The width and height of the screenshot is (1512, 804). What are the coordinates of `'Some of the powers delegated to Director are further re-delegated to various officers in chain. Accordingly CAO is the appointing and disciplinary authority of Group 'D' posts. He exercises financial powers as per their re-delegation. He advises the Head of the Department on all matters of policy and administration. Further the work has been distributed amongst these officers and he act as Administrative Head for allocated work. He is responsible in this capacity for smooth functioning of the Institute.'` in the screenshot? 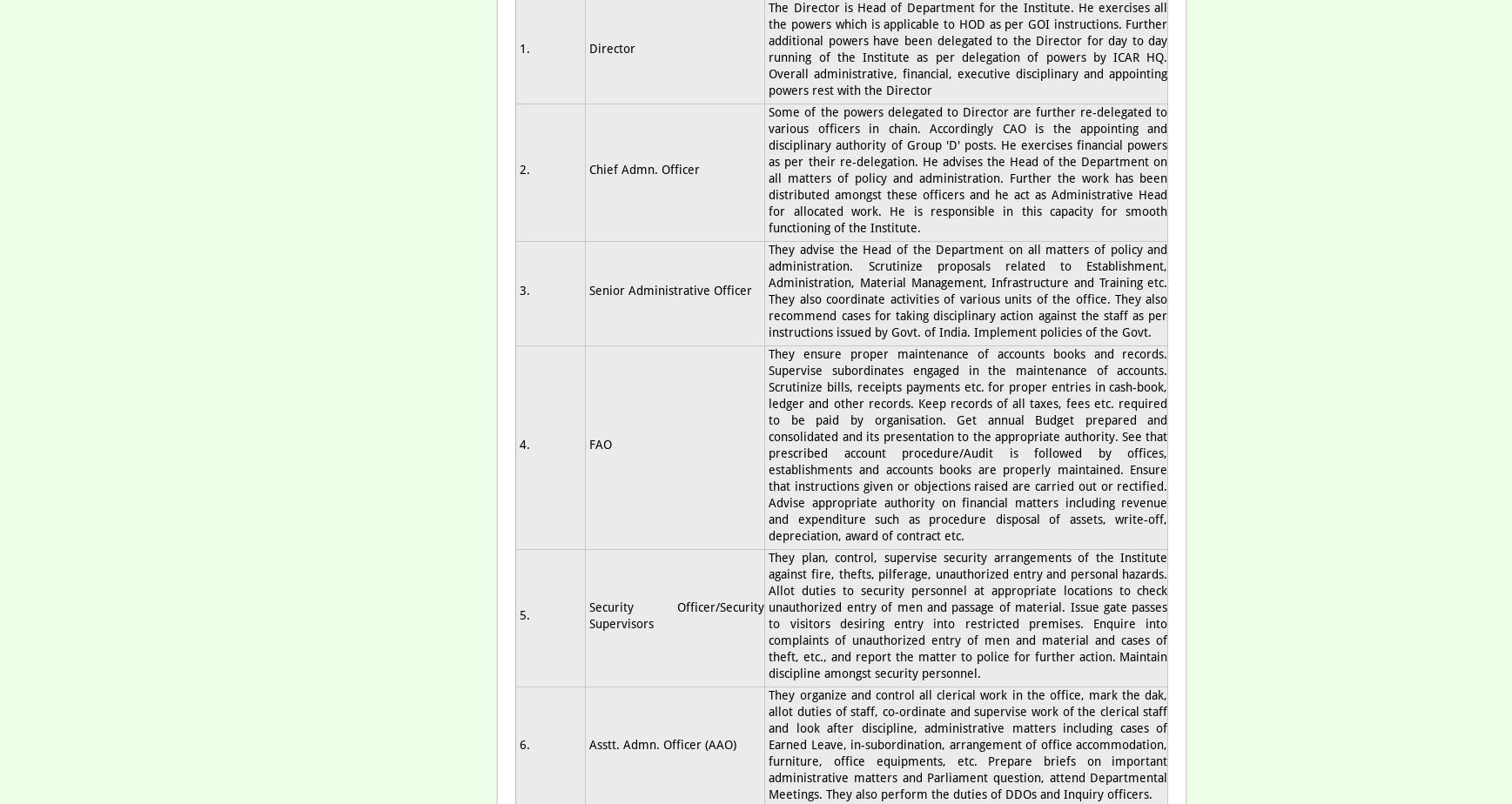 It's located at (968, 169).